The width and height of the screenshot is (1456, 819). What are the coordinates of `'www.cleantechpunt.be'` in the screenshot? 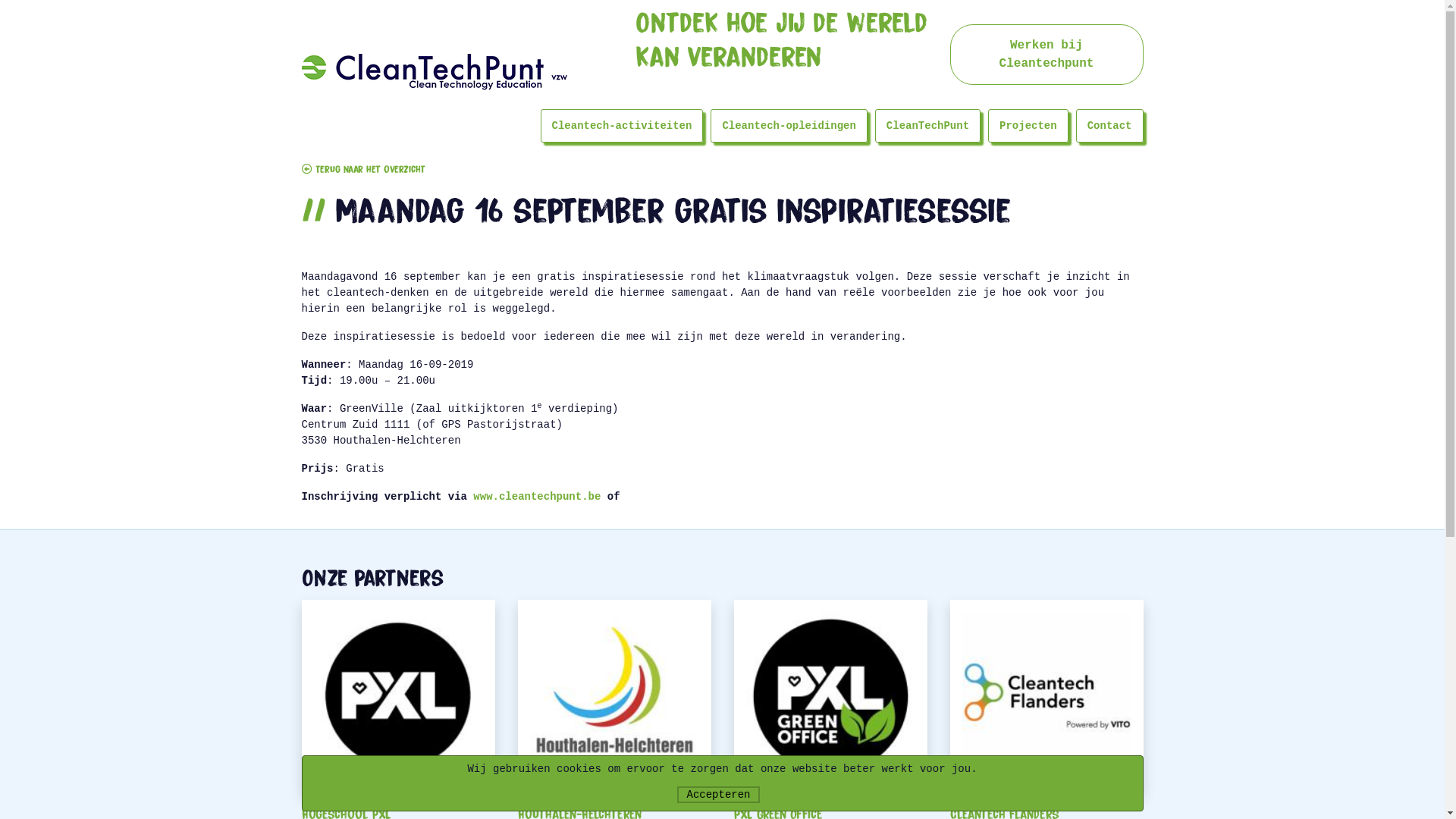 It's located at (537, 497).